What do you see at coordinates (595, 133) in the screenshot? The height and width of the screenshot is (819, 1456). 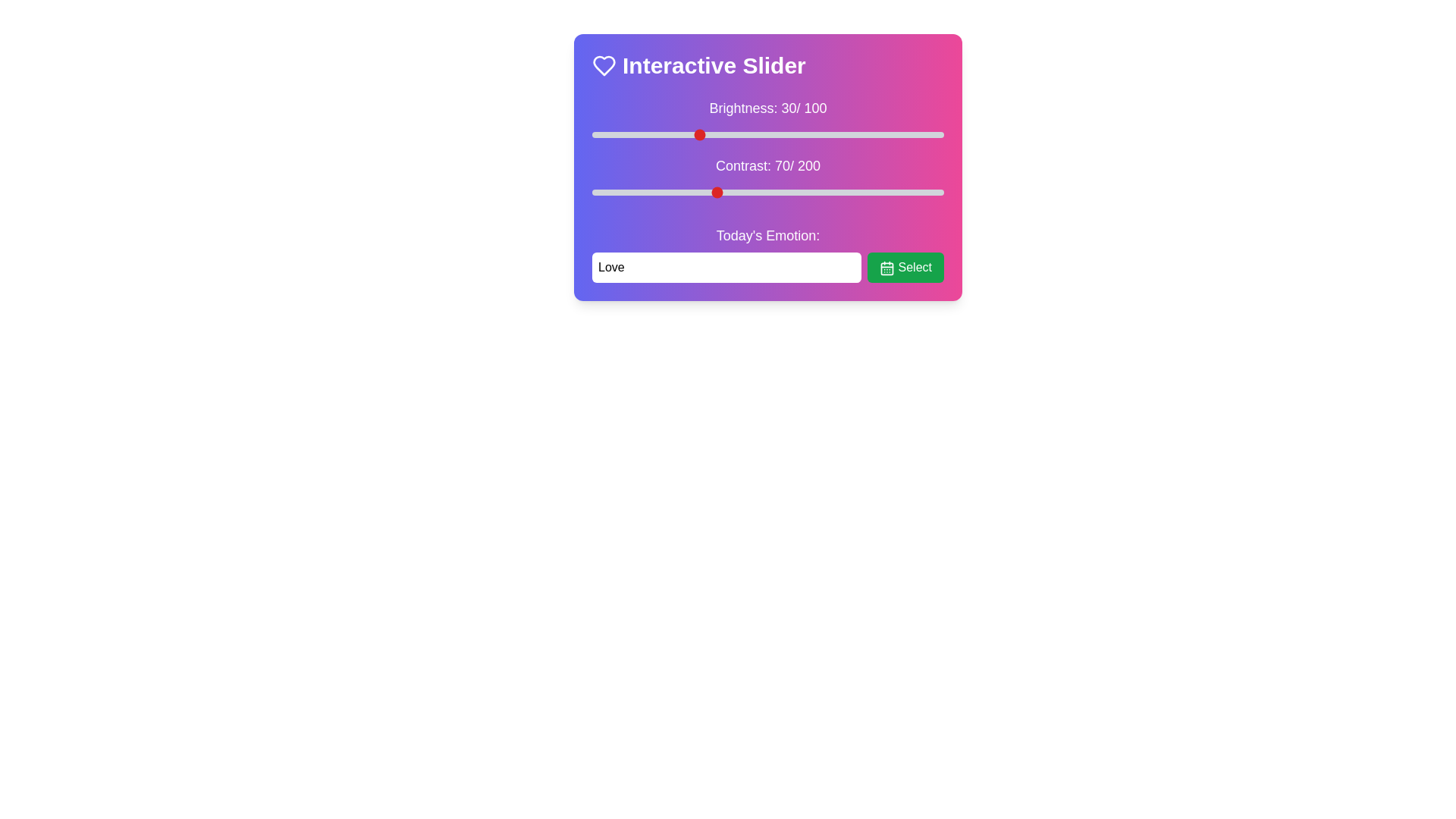 I see `the brightness slider to 1%` at bounding box center [595, 133].